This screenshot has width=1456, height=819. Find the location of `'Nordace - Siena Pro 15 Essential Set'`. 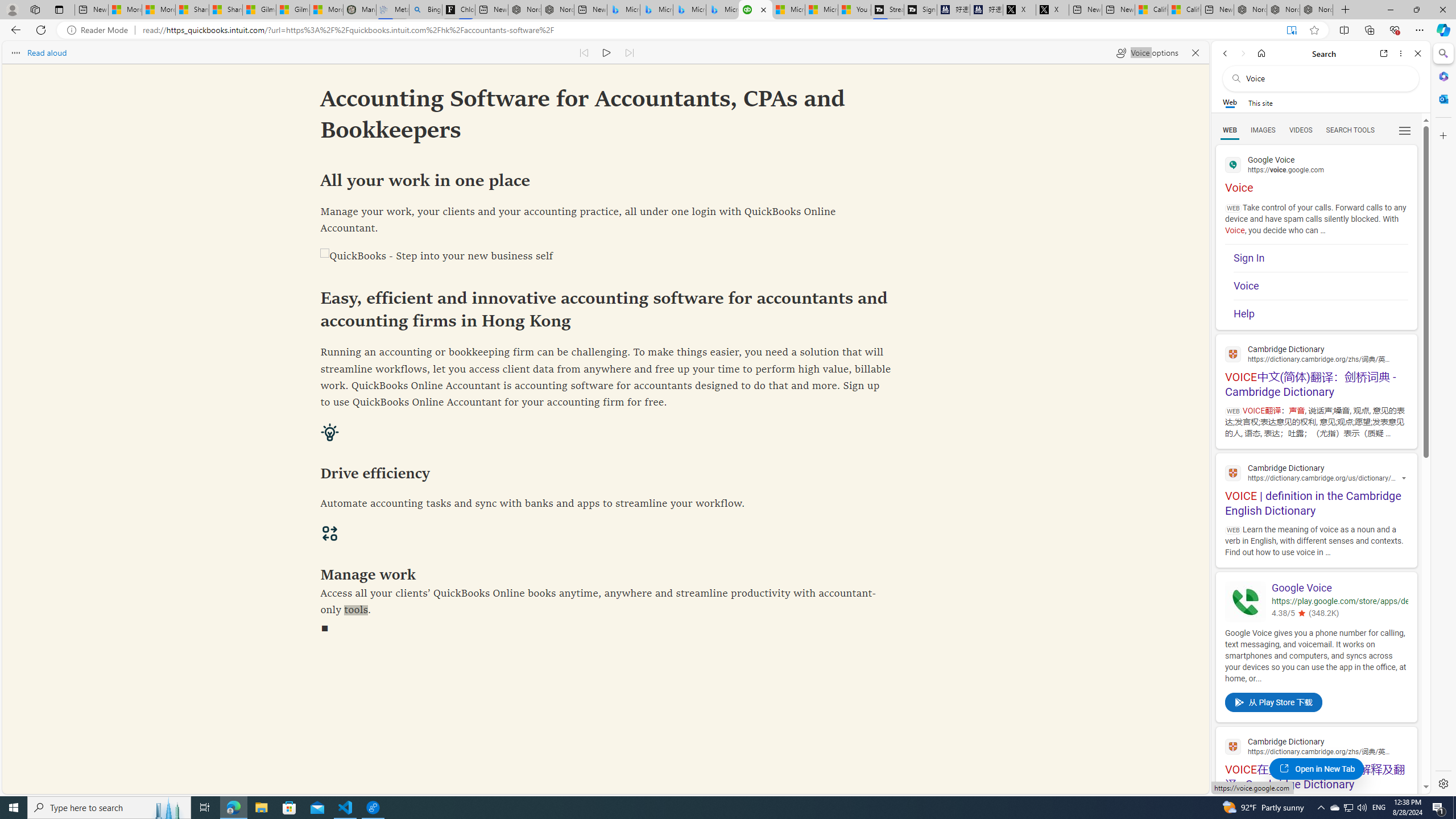

'Nordace - Siena Pro 15 Essential Set' is located at coordinates (1316, 9).